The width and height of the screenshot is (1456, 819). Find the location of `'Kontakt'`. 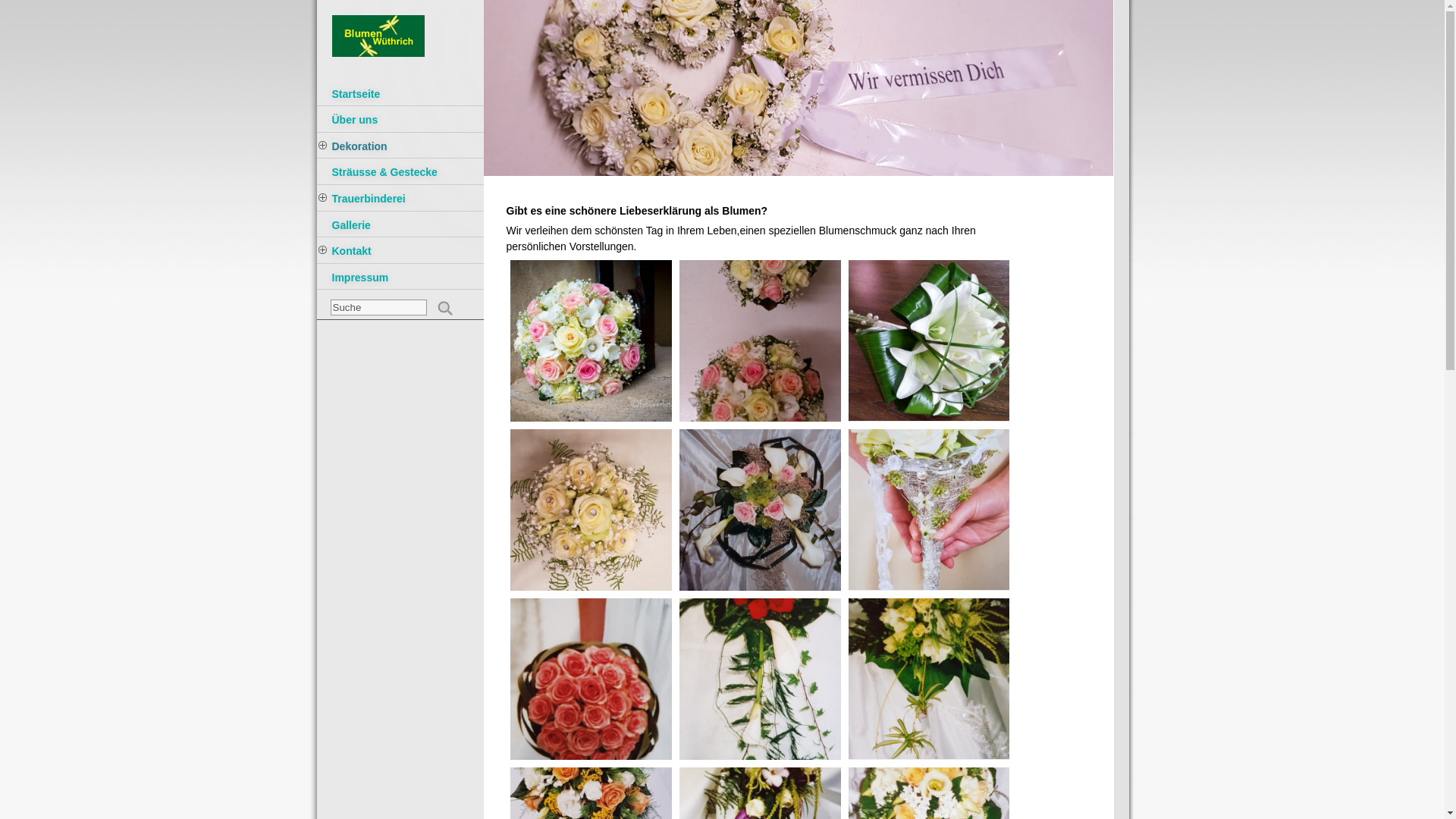

'Kontakt' is located at coordinates (400, 251).